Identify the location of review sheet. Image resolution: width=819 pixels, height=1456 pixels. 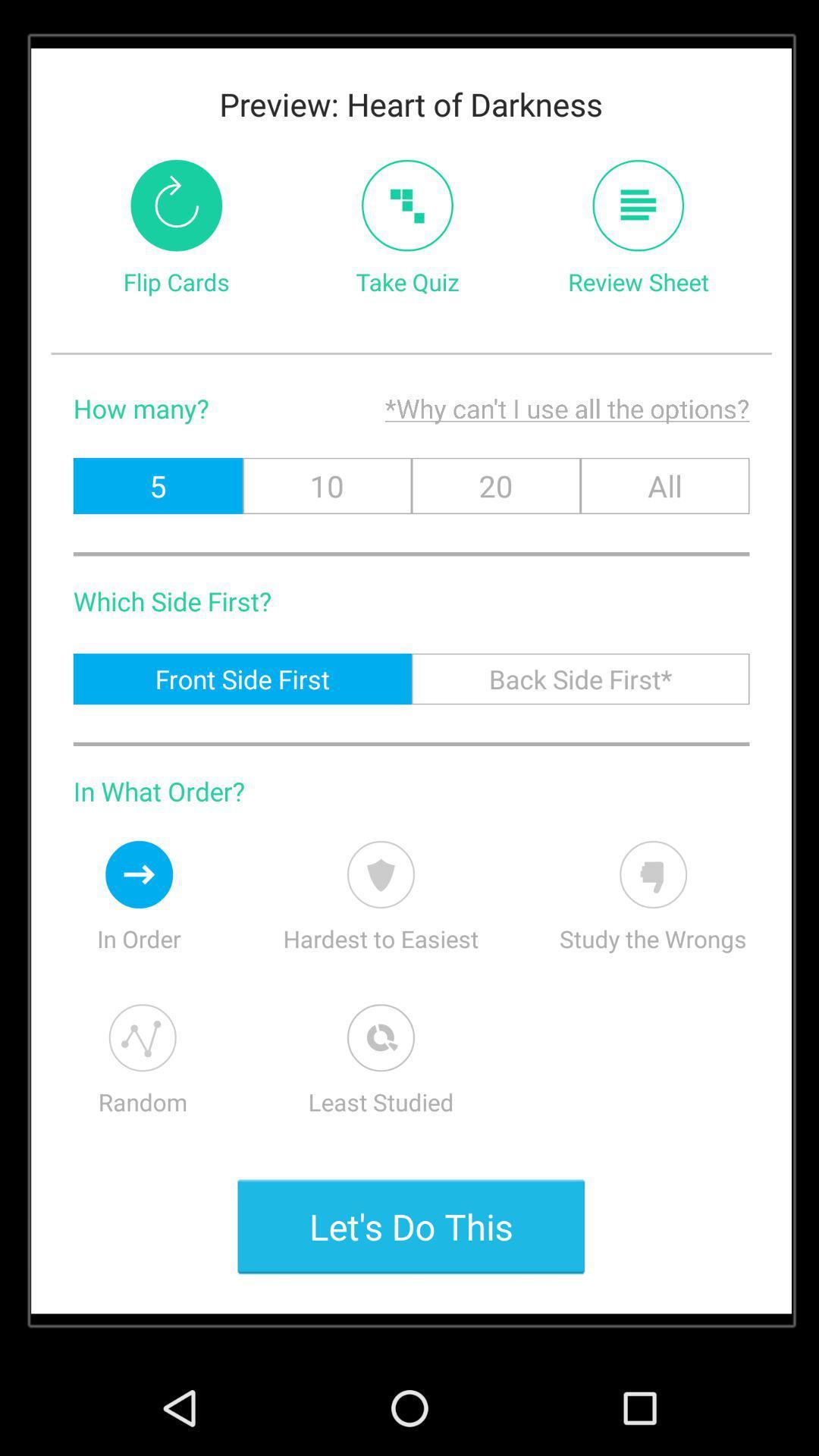
(638, 205).